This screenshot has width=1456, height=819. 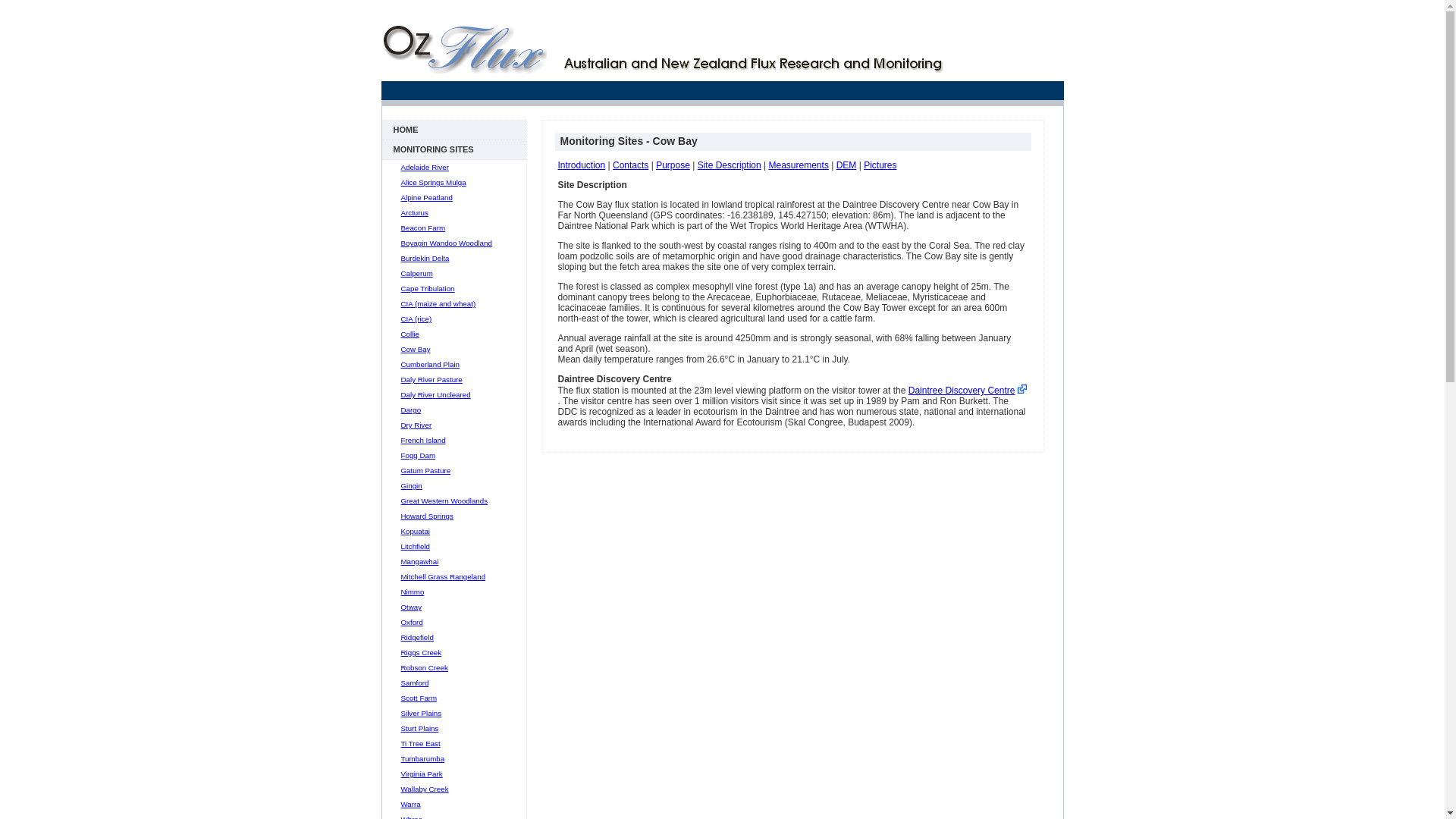 I want to click on 'Scott Farm', so click(x=419, y=698).